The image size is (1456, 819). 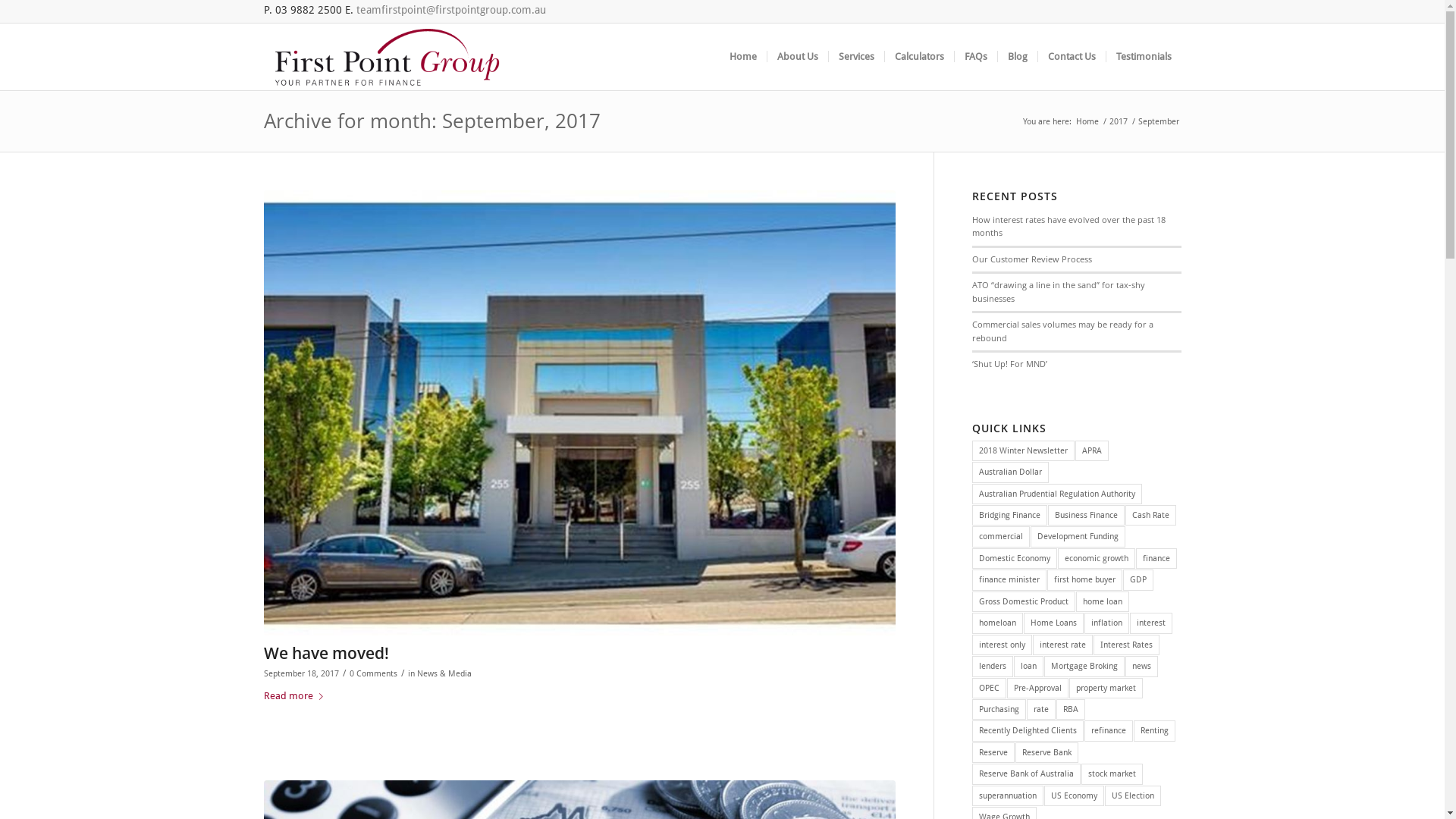 What do you see at coordinates (372, 673) in the screenshot?
I see `'0 Comments'` at bounding box center [372, 673].